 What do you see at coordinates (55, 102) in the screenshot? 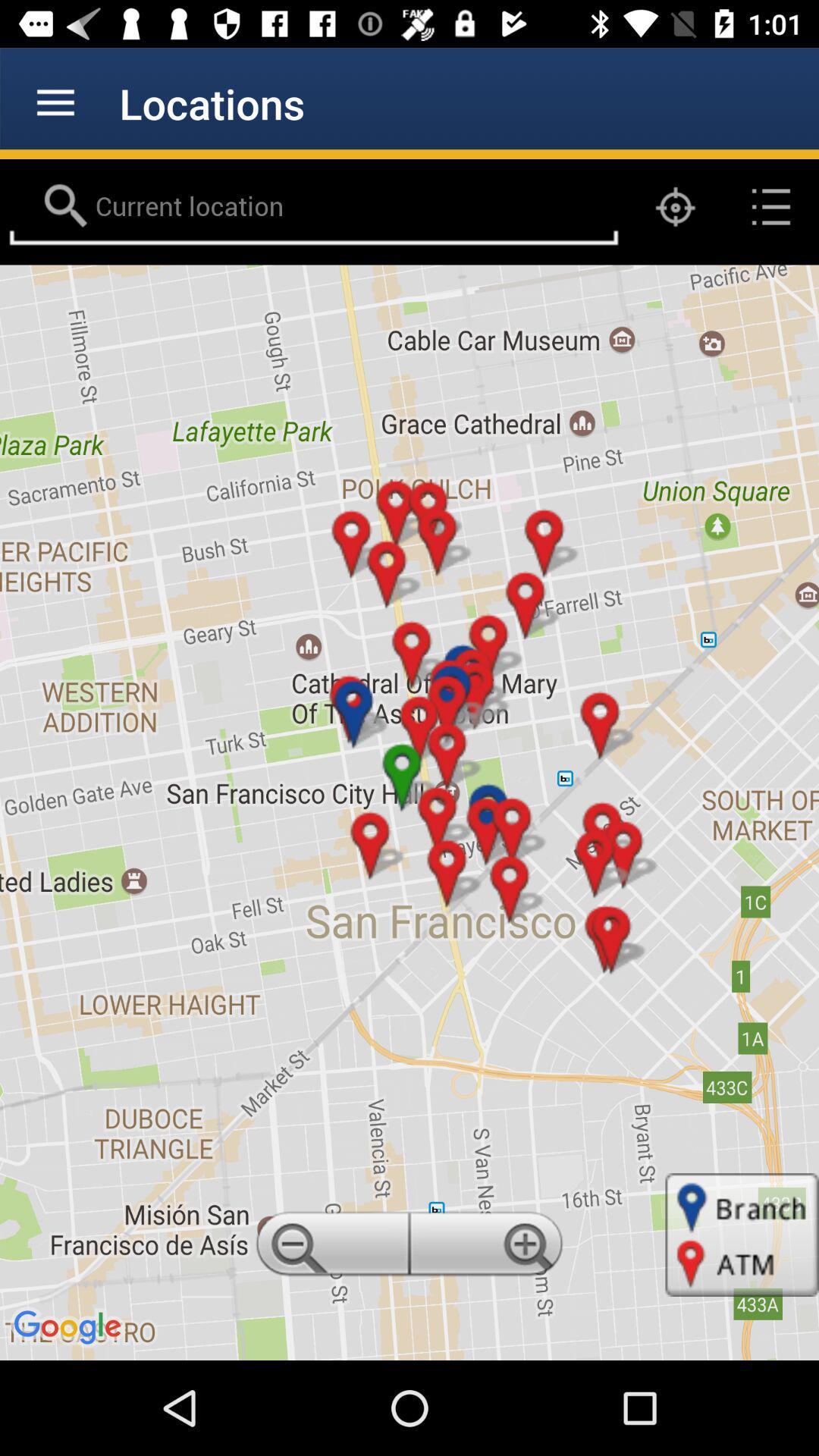
I see `app next to the locations` at bounding box center [55, 102].